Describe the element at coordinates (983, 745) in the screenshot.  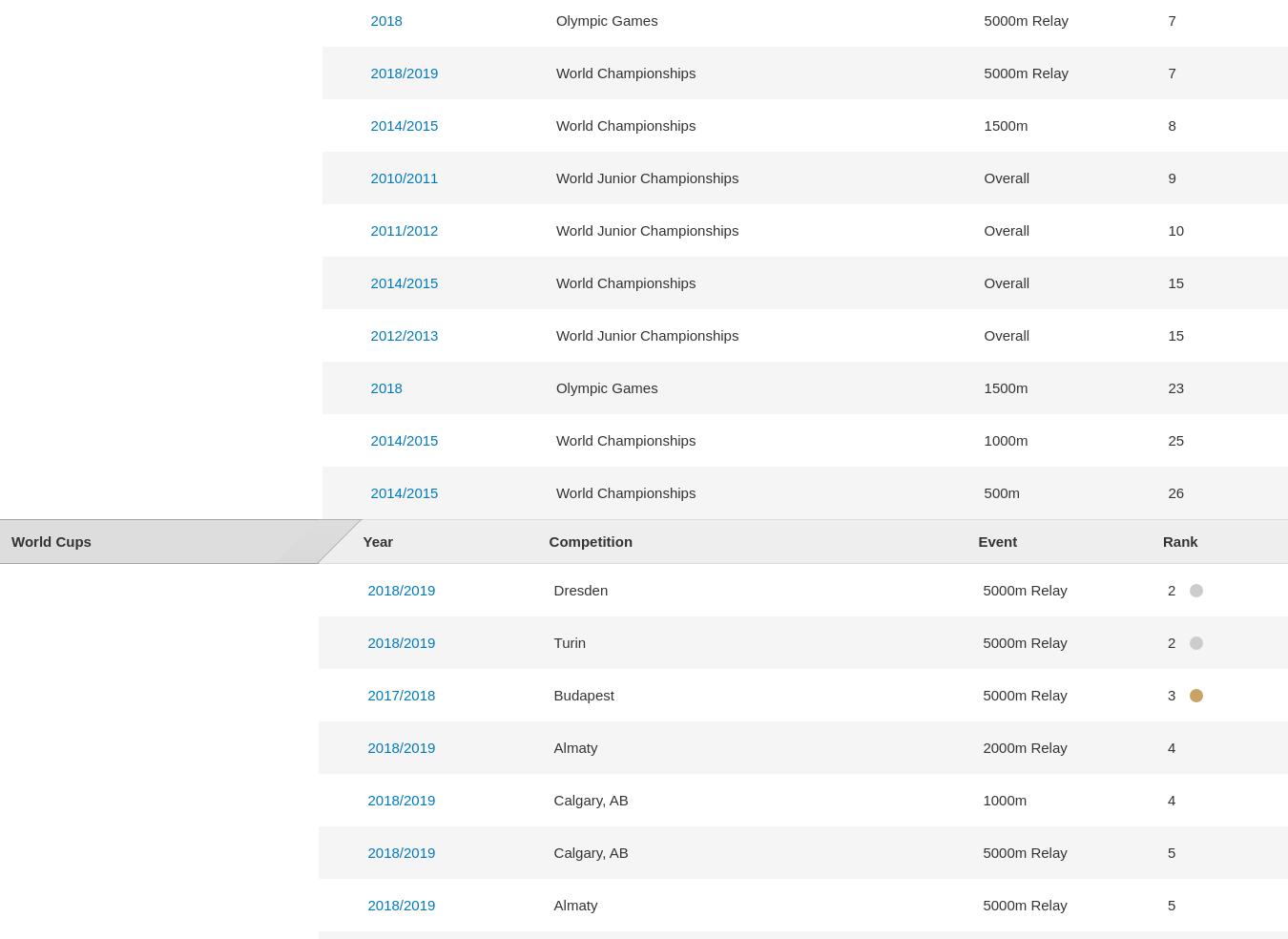
I see `'2000m Relay'` at that location.